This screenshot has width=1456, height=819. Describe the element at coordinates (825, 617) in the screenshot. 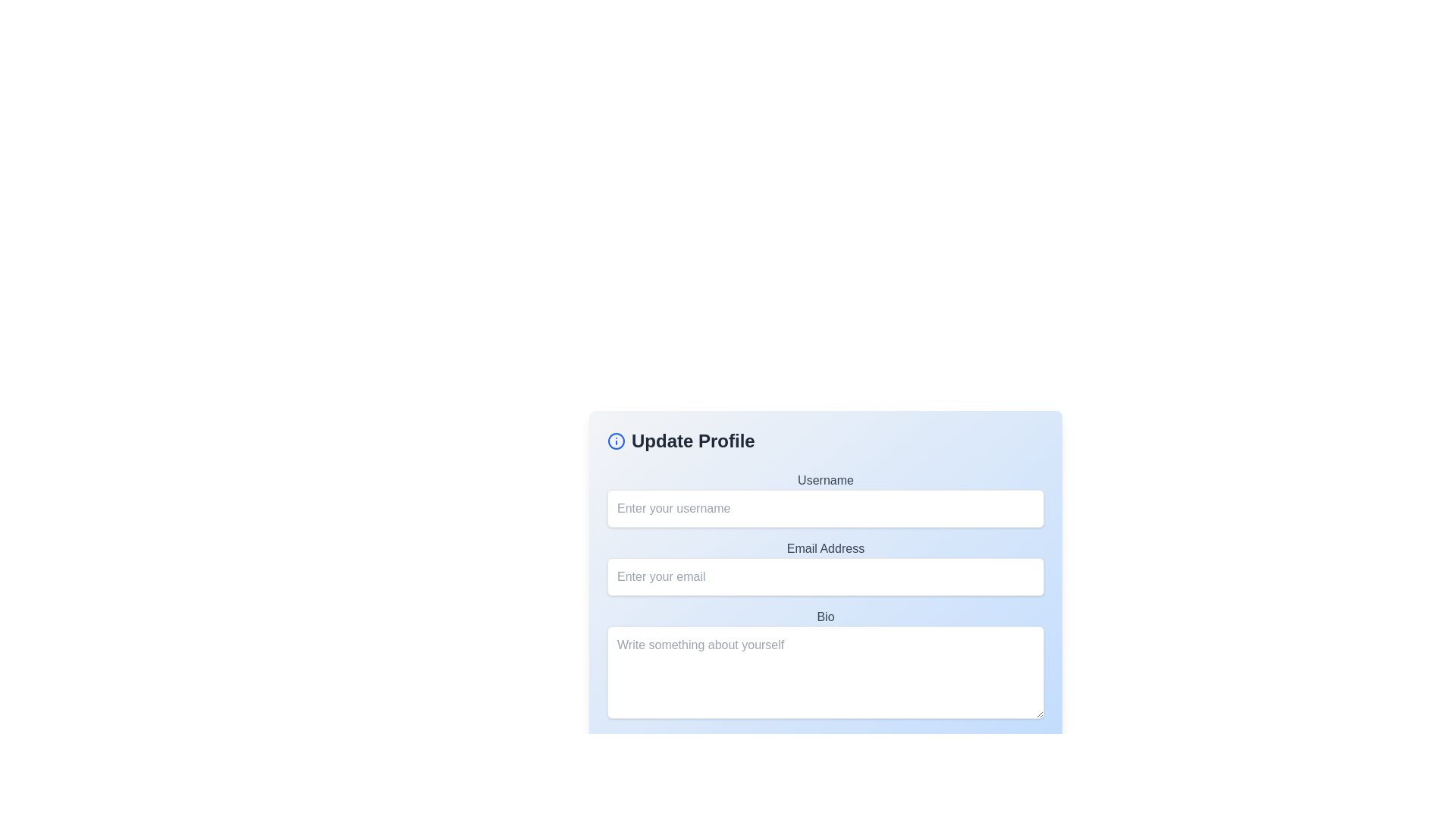

I see `the 'Bio' label, which is styled with gray color and medium-weight font, positioned above the textbox for 'Write something about yourself' in the 'Update Profile' form` at that location.